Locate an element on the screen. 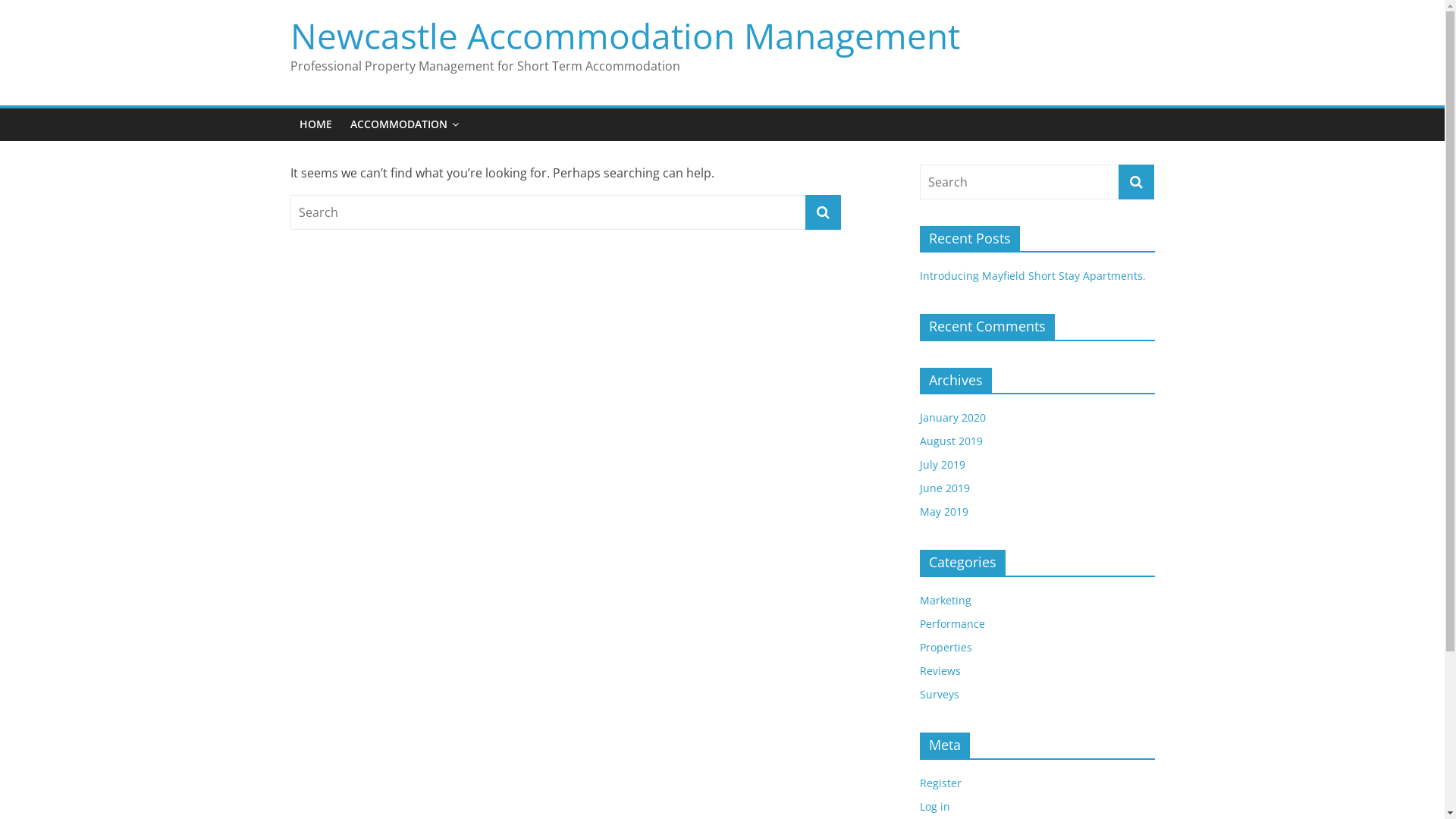 The height and width of the screenshot is (819, 1456). 'June 2019' is located at coordinates (943, 488).